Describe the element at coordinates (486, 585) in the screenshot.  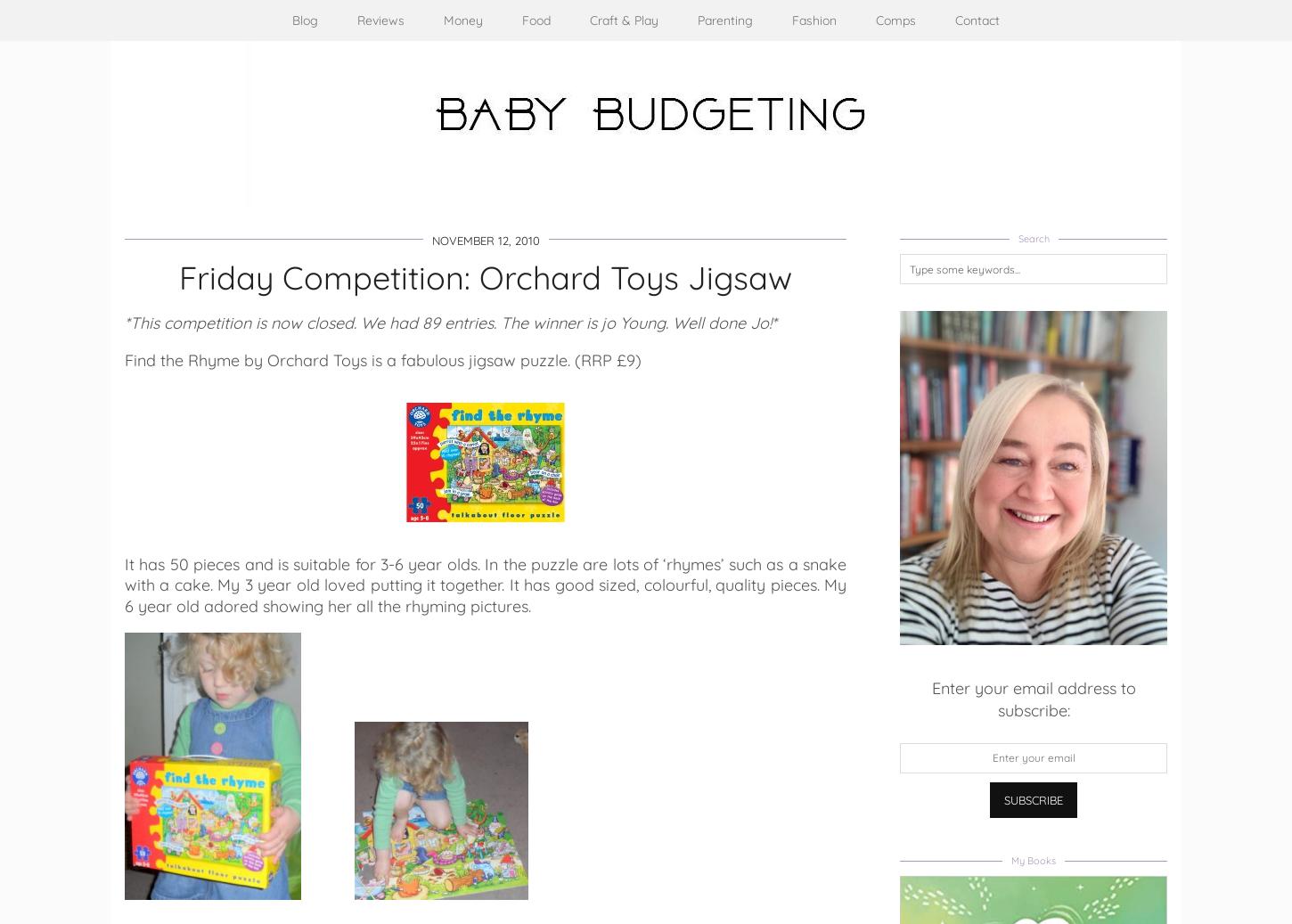
I see `'It has 50 pieces and is suitable for 3-6 year olds. In the puzzle are lots of ‘rhymes’ such as a snake with a cake. My 3 year old loved putting it together. It has good sized, colourful, quality pieces. My 6 year old adored showing her all the rhyming pictures.'` at that location.